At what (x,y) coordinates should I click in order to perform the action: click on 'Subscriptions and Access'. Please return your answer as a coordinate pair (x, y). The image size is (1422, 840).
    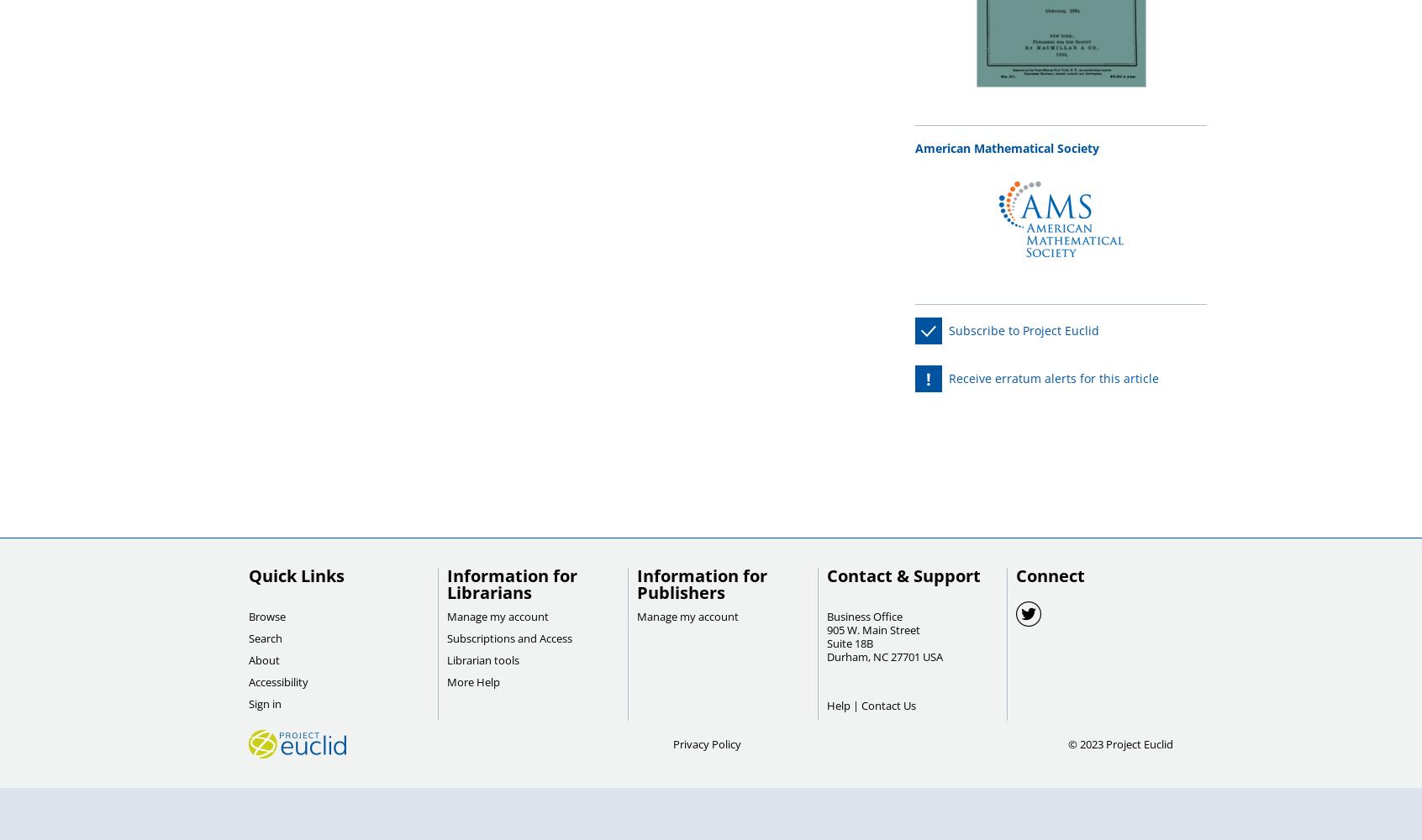
    Looking at the image, I should click on (446, 638).